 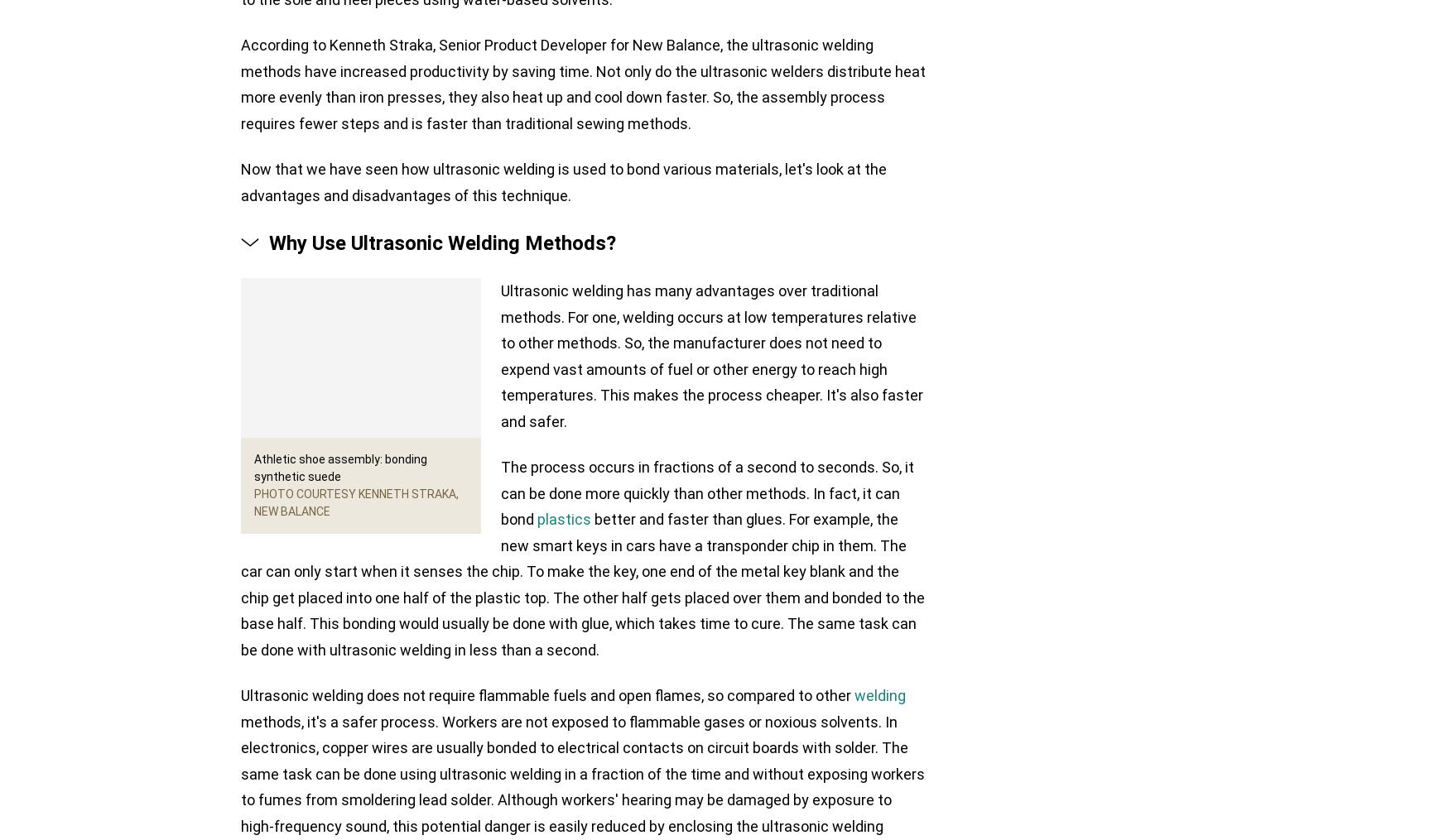 I want to click on 'Ultrasonic welding does not require flammable fuels and open flames, so compared to other', so click(x=546, y=695).